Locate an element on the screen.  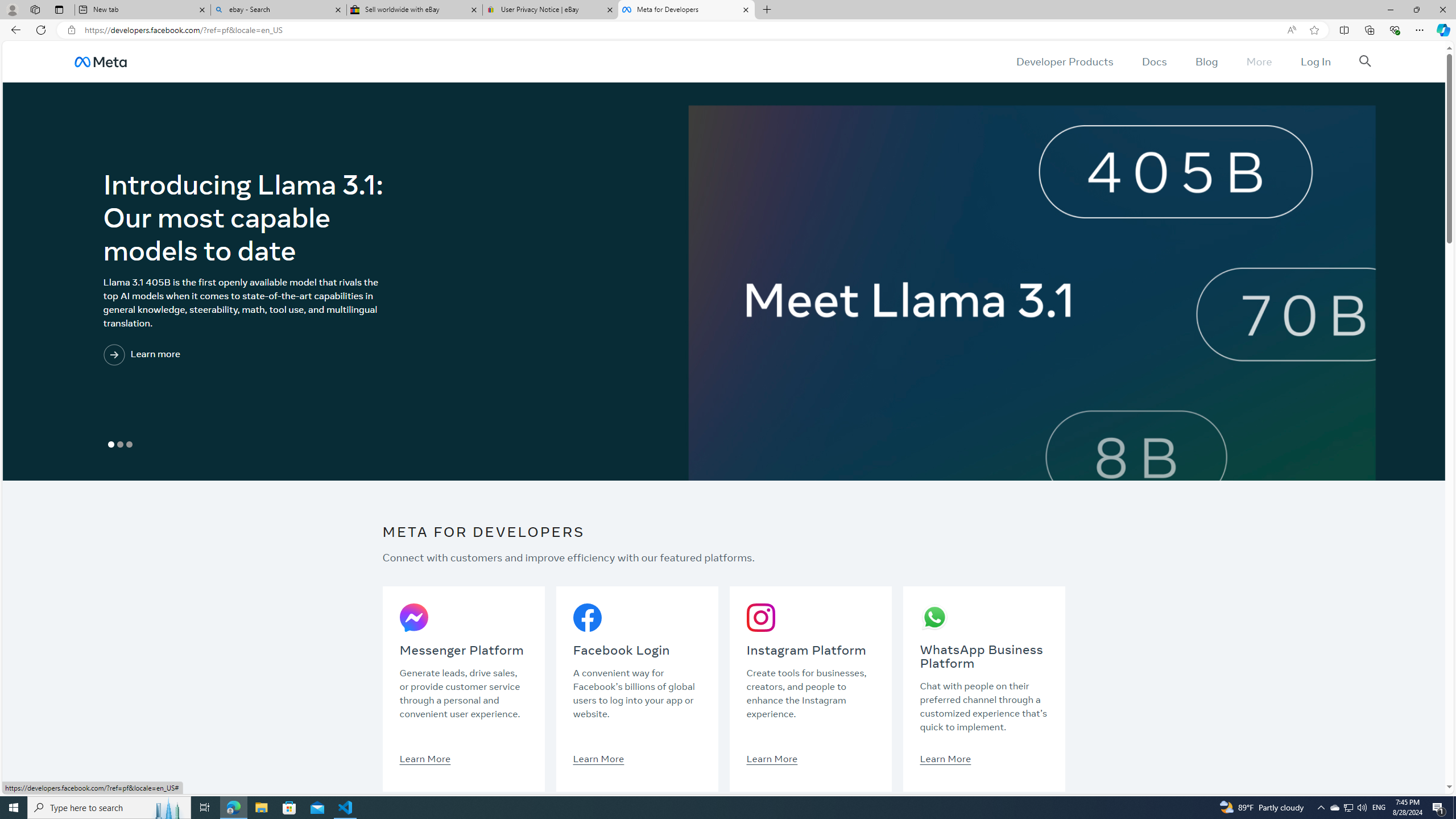
'AutomationID: u_0_25_3H' is located at coordinates (100, 61).